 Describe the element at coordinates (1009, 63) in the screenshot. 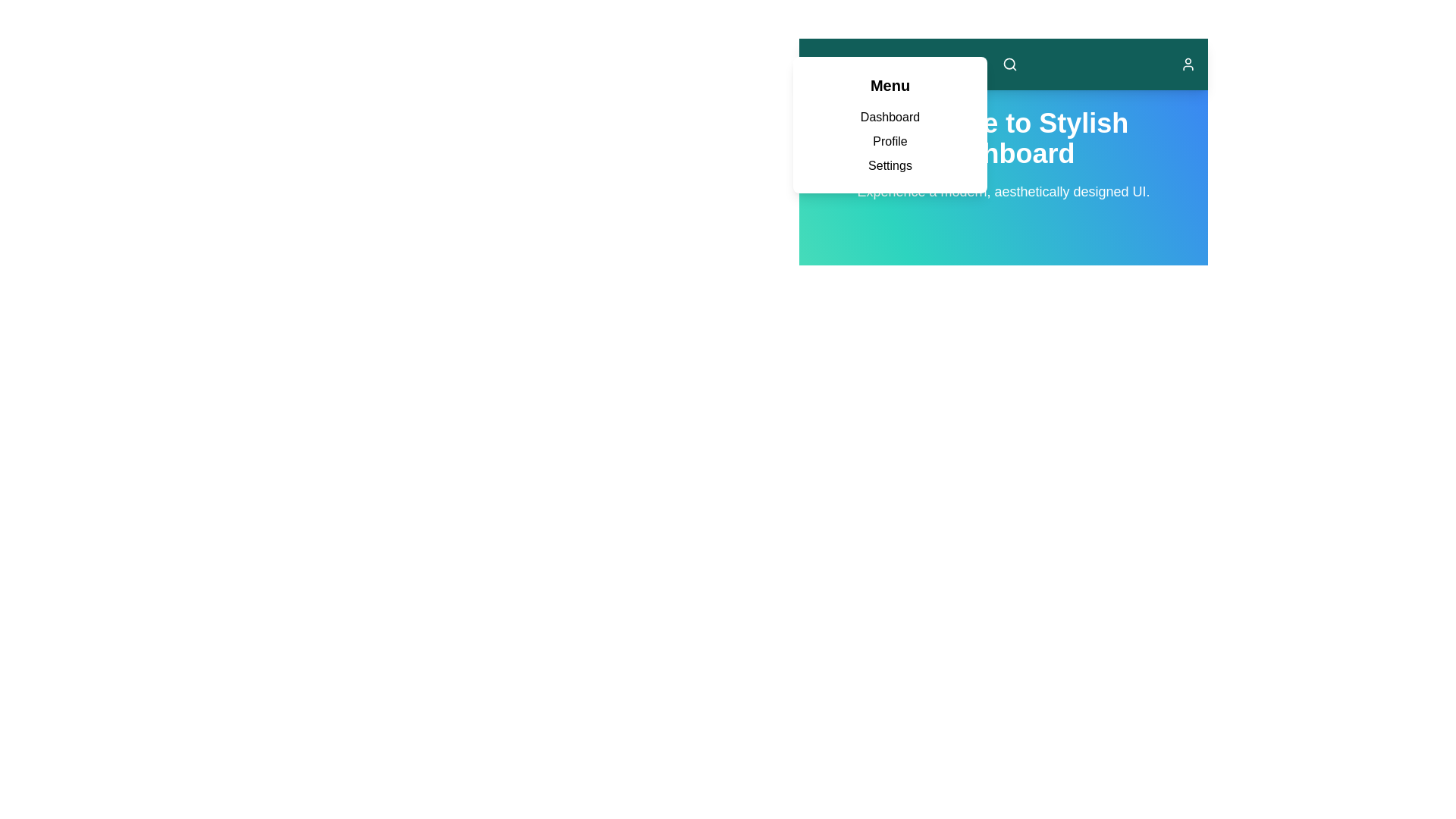

I see `the search icon to initiate the search functionality` at that location.